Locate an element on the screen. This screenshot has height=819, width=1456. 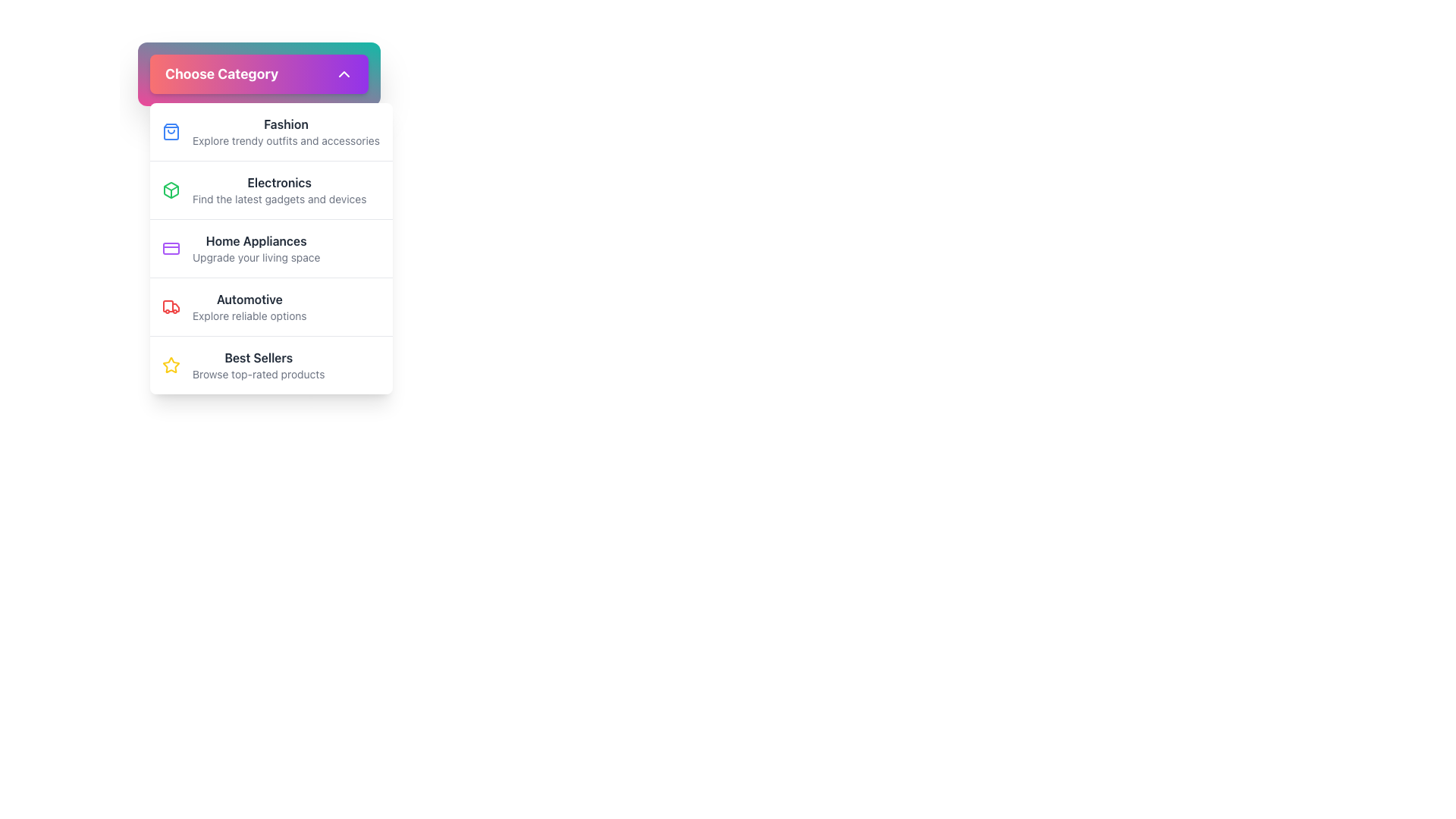
the 'Home Appliances' category selection option in the dropdown menu to change the view or redirect to the related page is located at coordinates (256, 247).